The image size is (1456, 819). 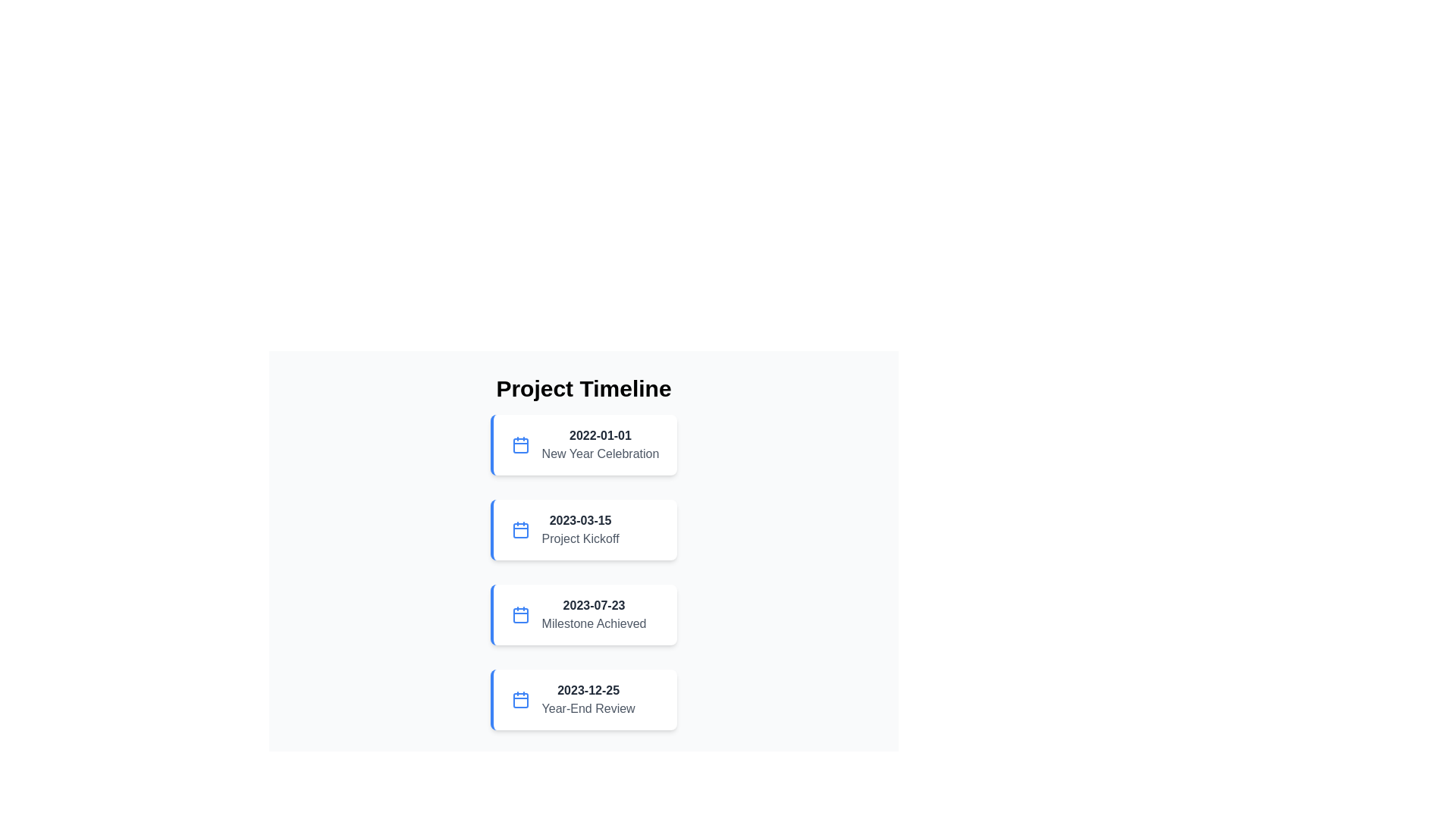 What do you see at coordinates (520, 444) in the screenshot?
I see `the calendar icon with a blue outline located on the leftmost side of the first list item in the vertically arranged timeline` at bounding box center [520, 444].